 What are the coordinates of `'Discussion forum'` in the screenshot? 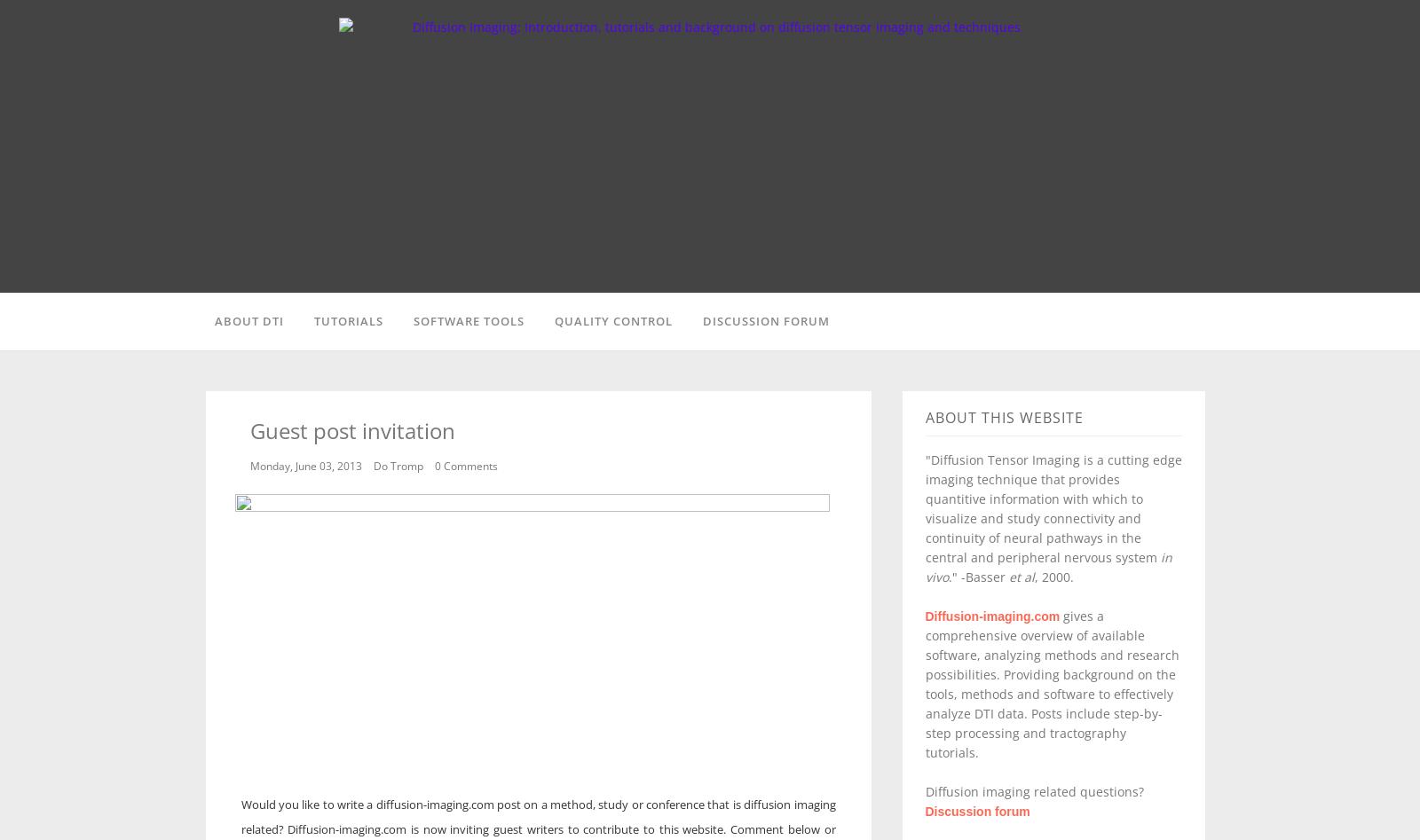 It's located at (976, 810).